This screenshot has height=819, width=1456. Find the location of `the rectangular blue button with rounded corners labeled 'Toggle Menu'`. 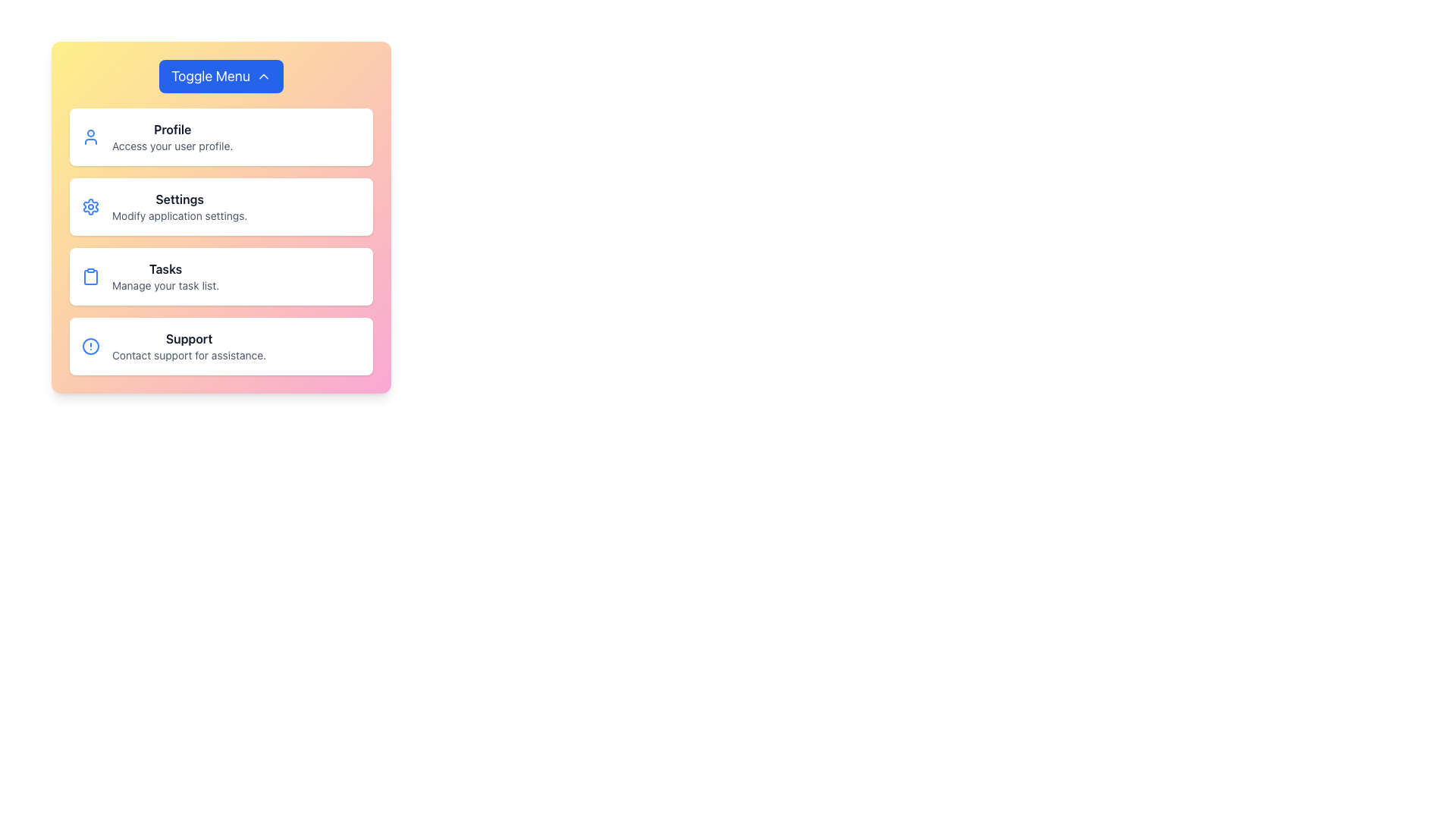

the rectangular blue button with rounded corners labeled 'Toggle Menu' is located at coordinates (221, 76).